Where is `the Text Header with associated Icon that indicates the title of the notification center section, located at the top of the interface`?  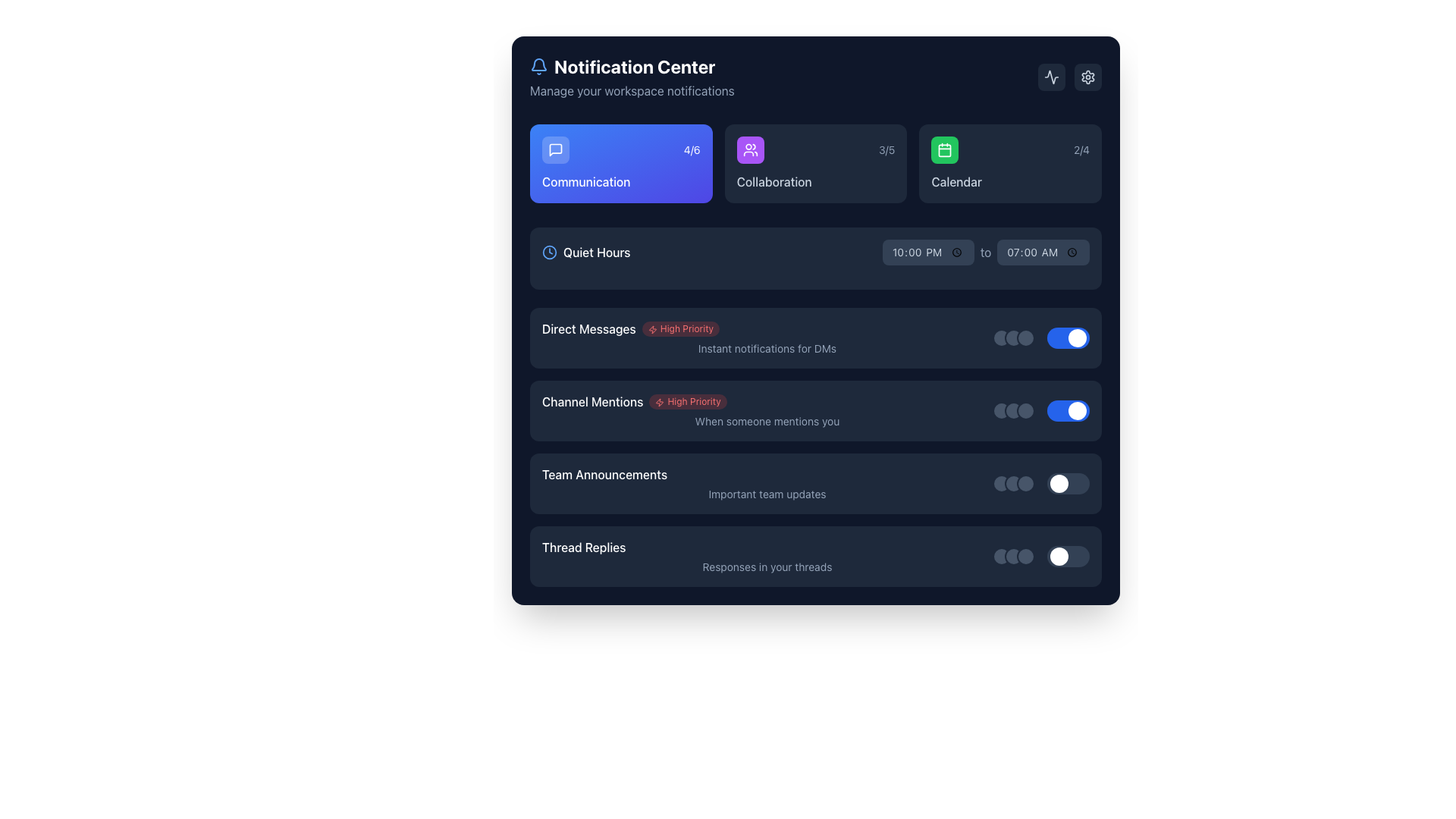
the Text Header with associated Icon that indicates the title of the notification center section, located at the top of the interface is located at coordinates (632, 66).